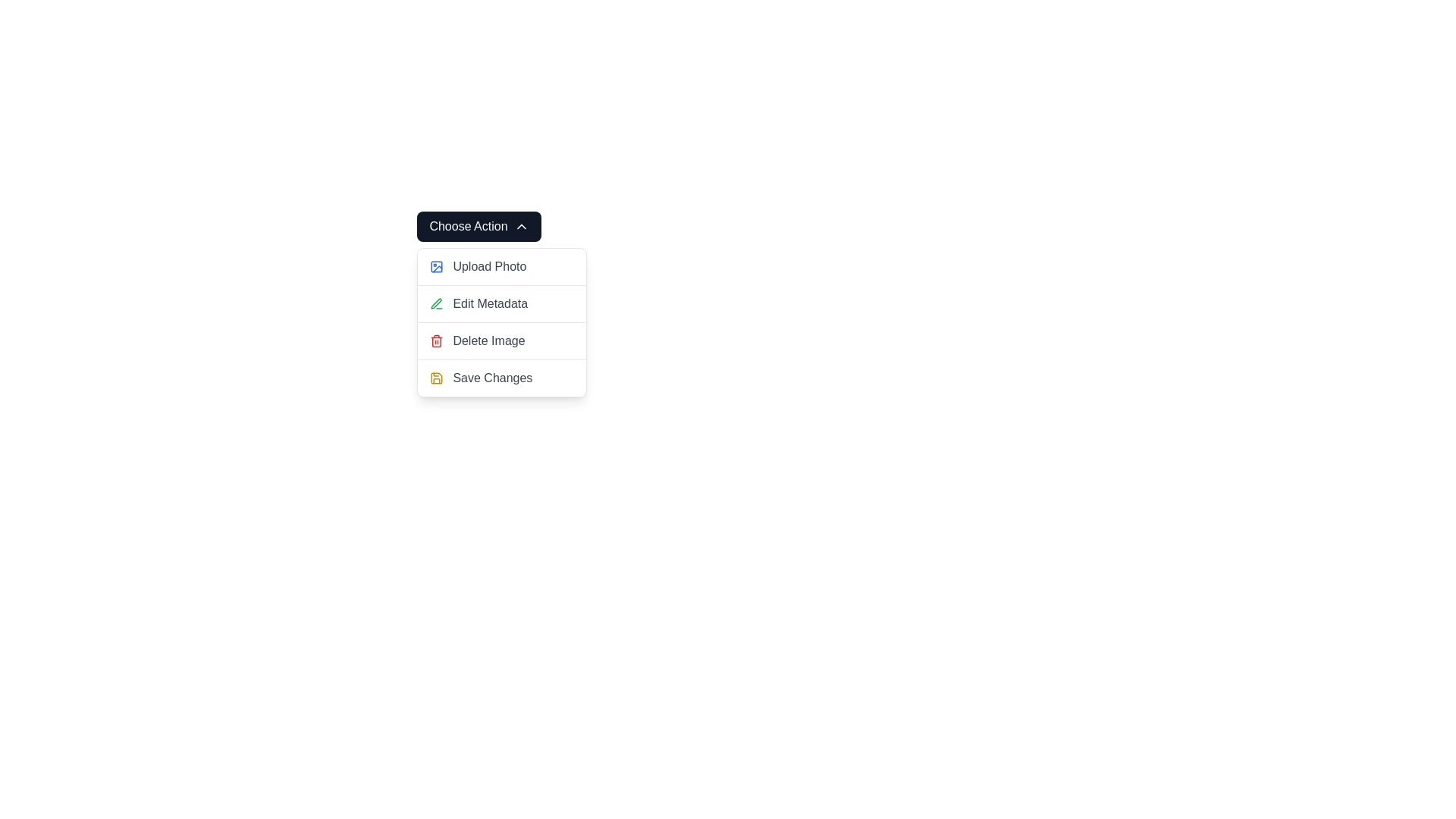 The height and width of the screenshot is (819, 1456). I want to click on the chevron-style arrow icon located on the right side of the 'Choose Action' button, so click(521, 227).